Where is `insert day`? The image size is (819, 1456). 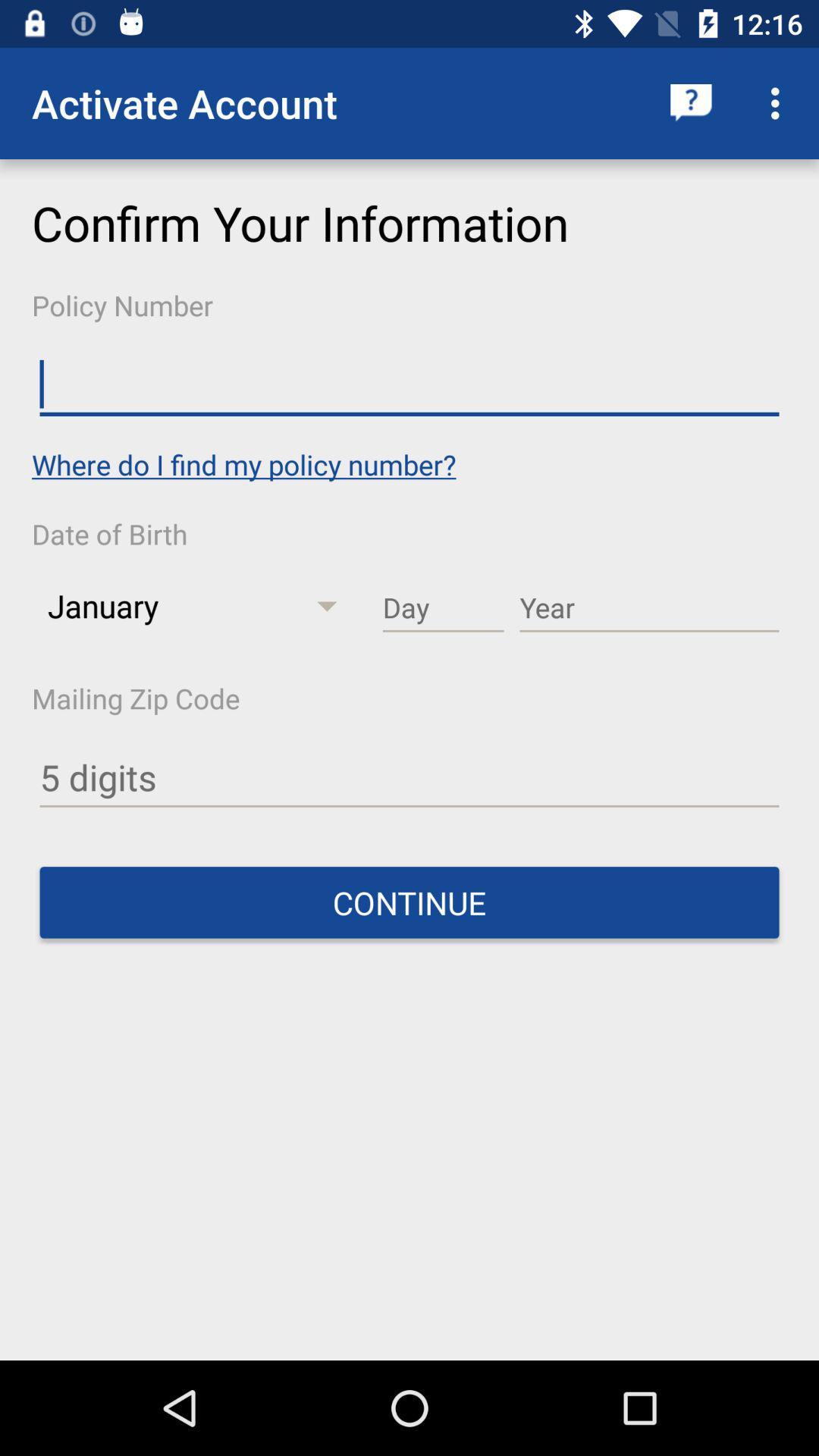
insert day is located at coordinates (443, 608).